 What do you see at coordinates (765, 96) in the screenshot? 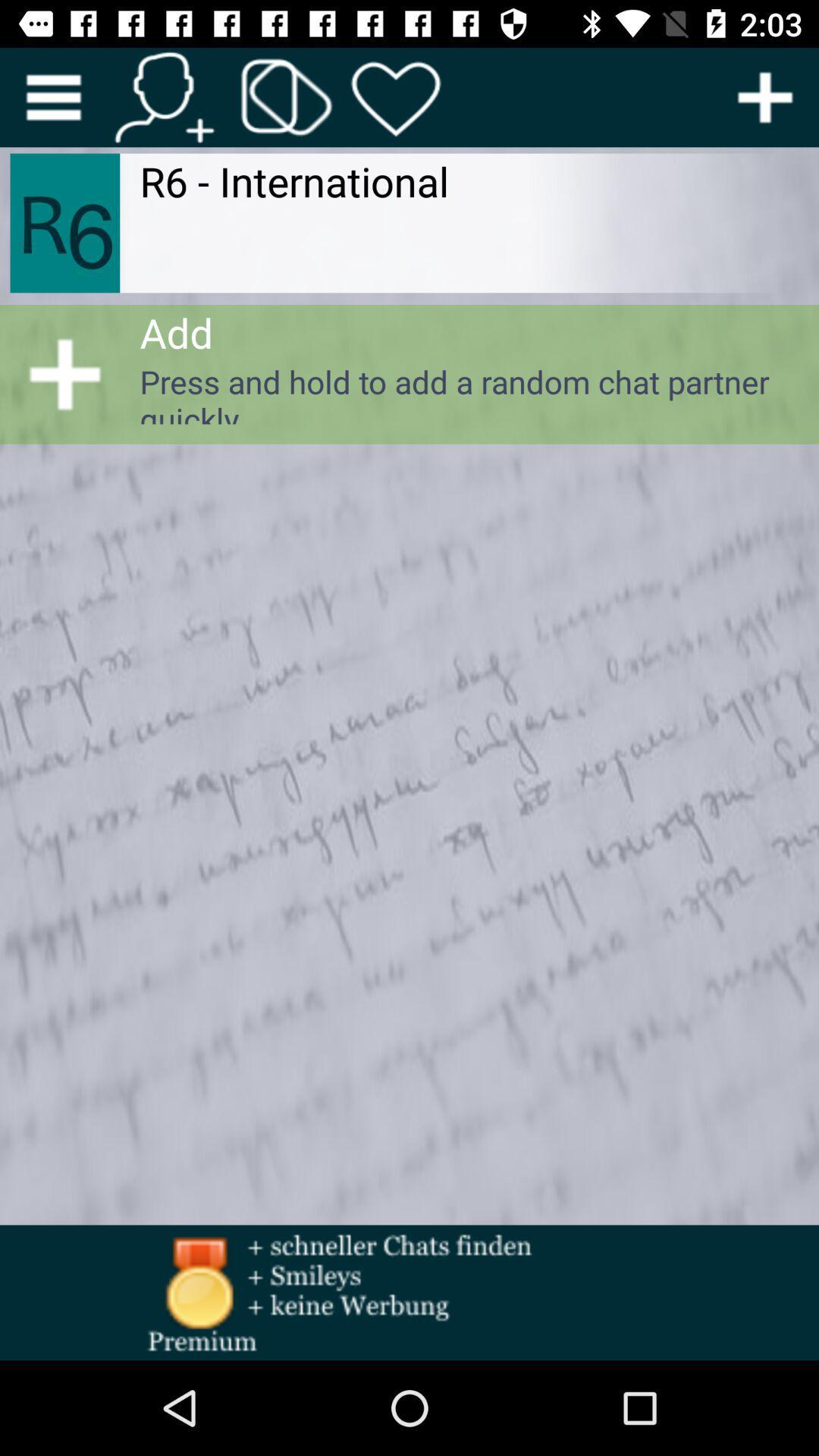
I see `more optings` at bounding box center [765, 96].